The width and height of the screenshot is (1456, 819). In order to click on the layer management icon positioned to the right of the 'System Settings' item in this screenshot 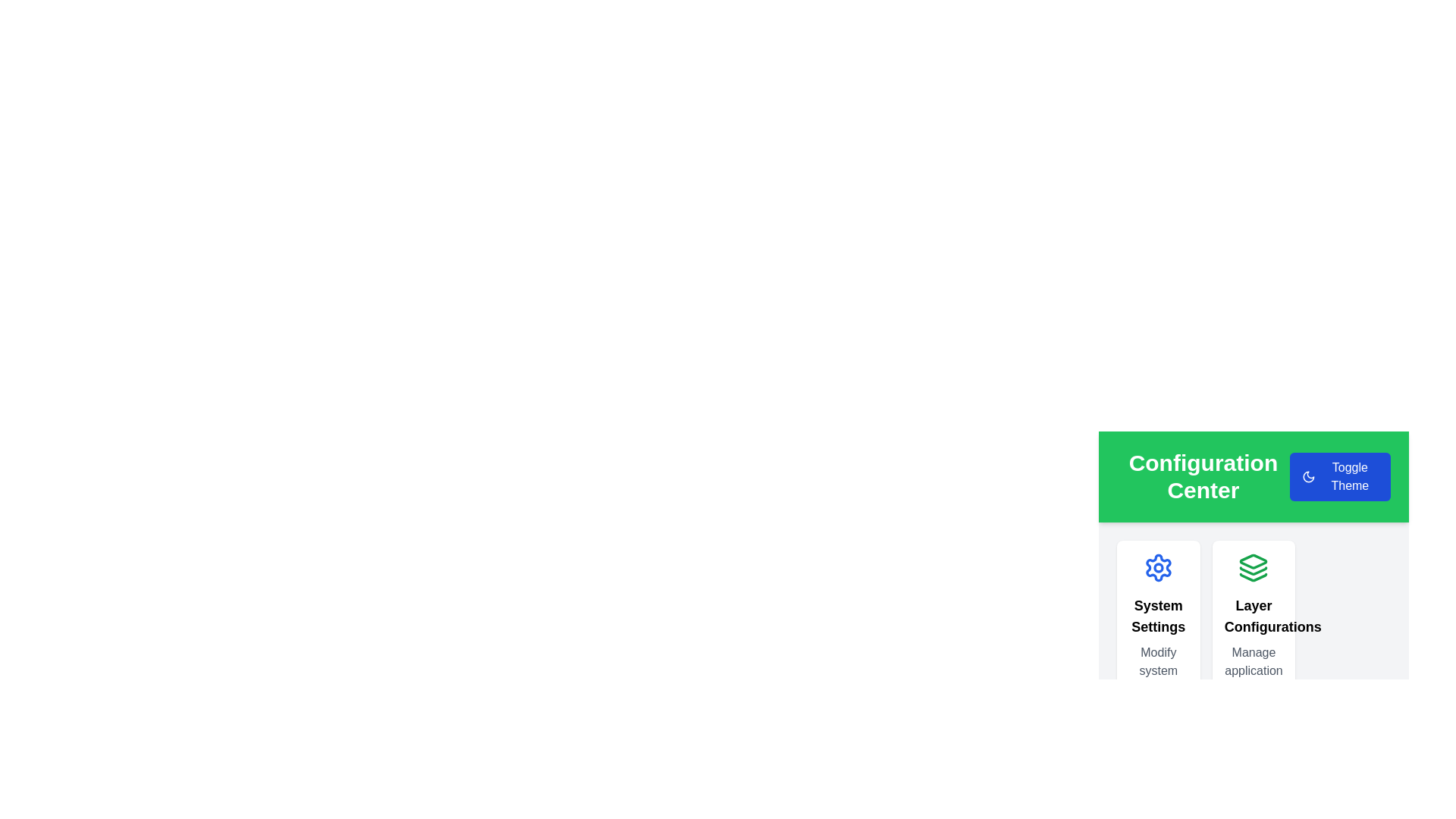, I will do `click(1254, 561)`.